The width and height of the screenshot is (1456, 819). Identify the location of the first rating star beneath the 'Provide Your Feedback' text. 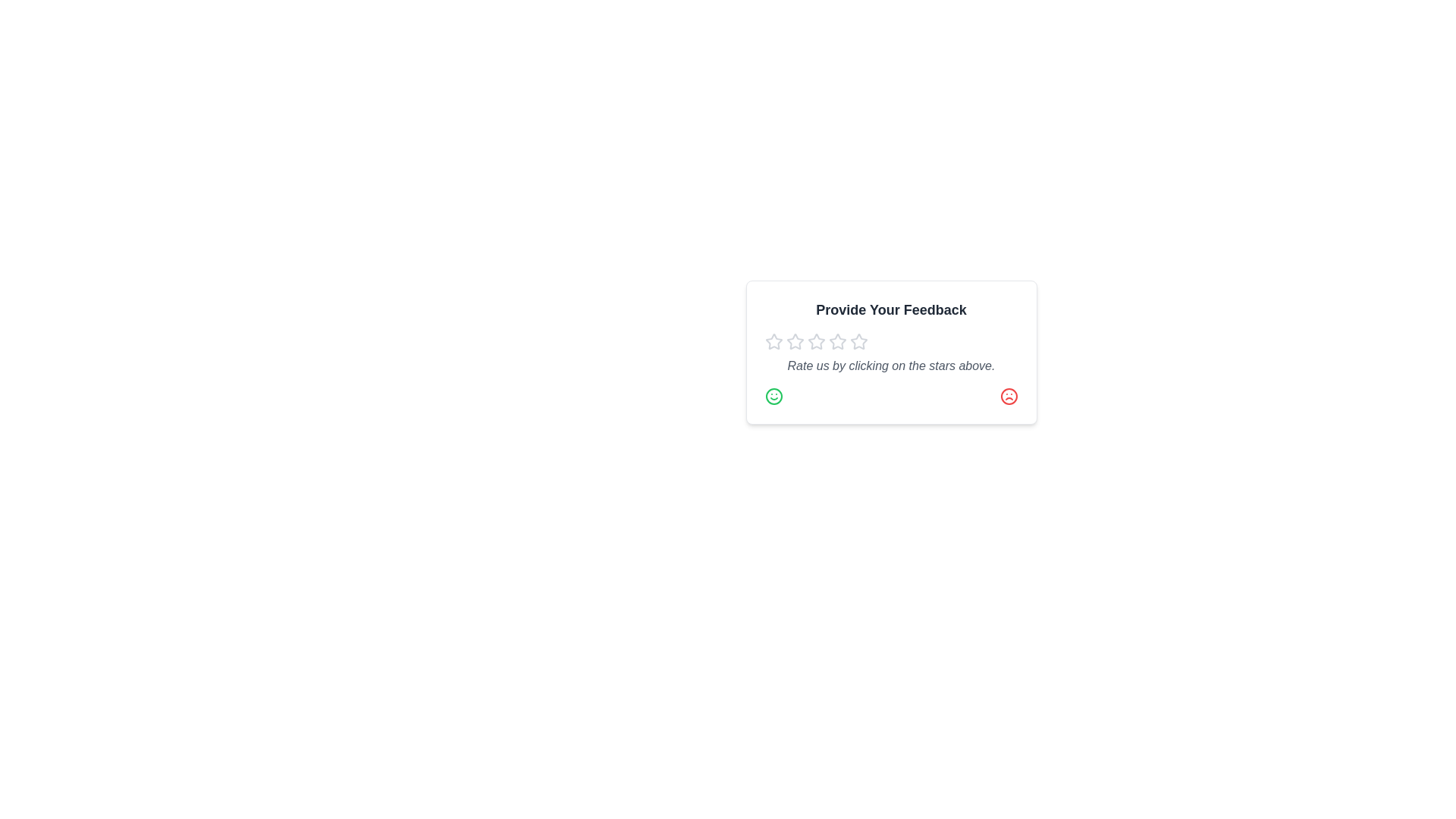
(814, 341).